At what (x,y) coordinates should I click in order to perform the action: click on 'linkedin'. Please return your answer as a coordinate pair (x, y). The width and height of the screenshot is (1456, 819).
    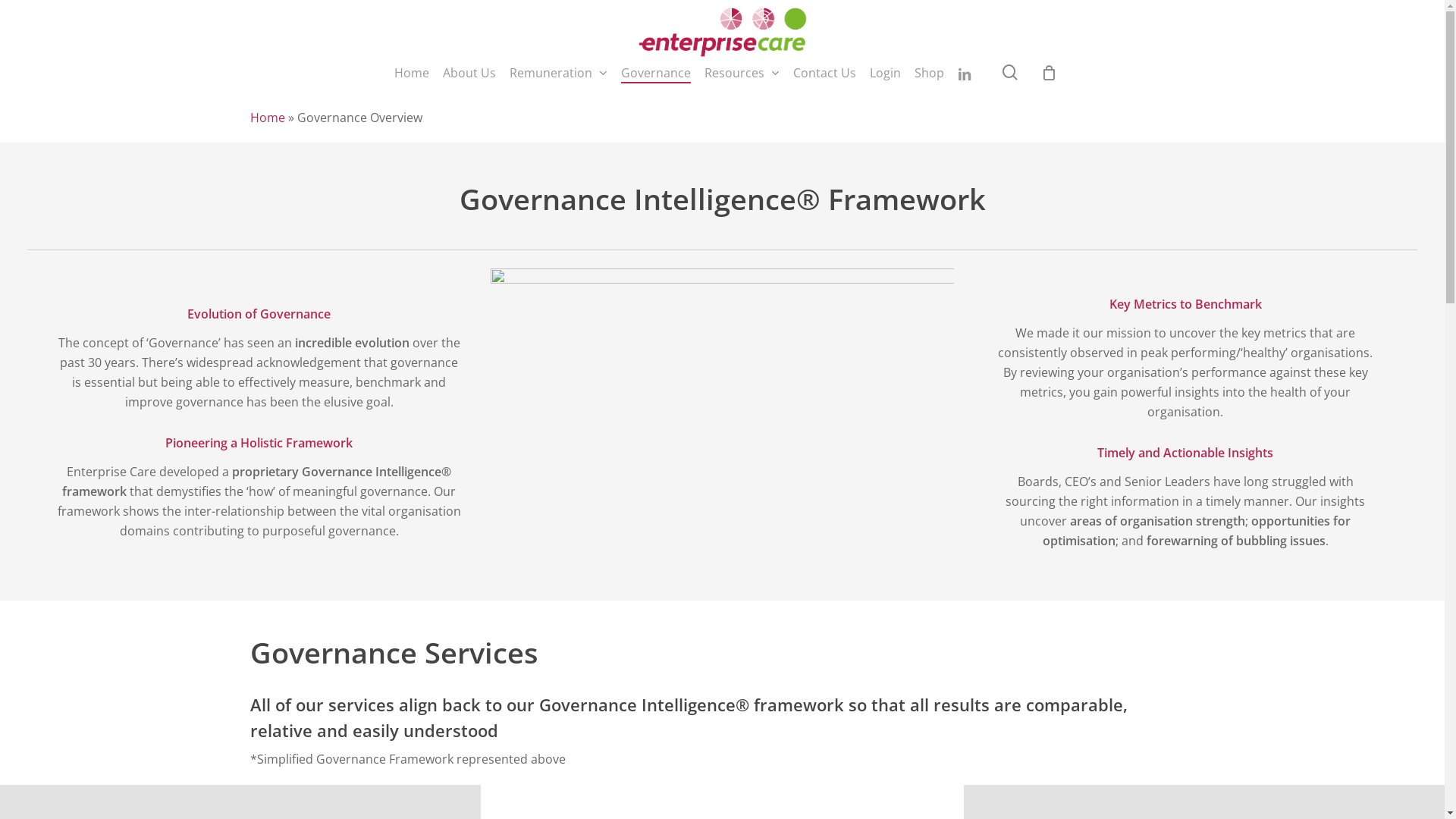
    Looking at the image, I should click on (964, 73).